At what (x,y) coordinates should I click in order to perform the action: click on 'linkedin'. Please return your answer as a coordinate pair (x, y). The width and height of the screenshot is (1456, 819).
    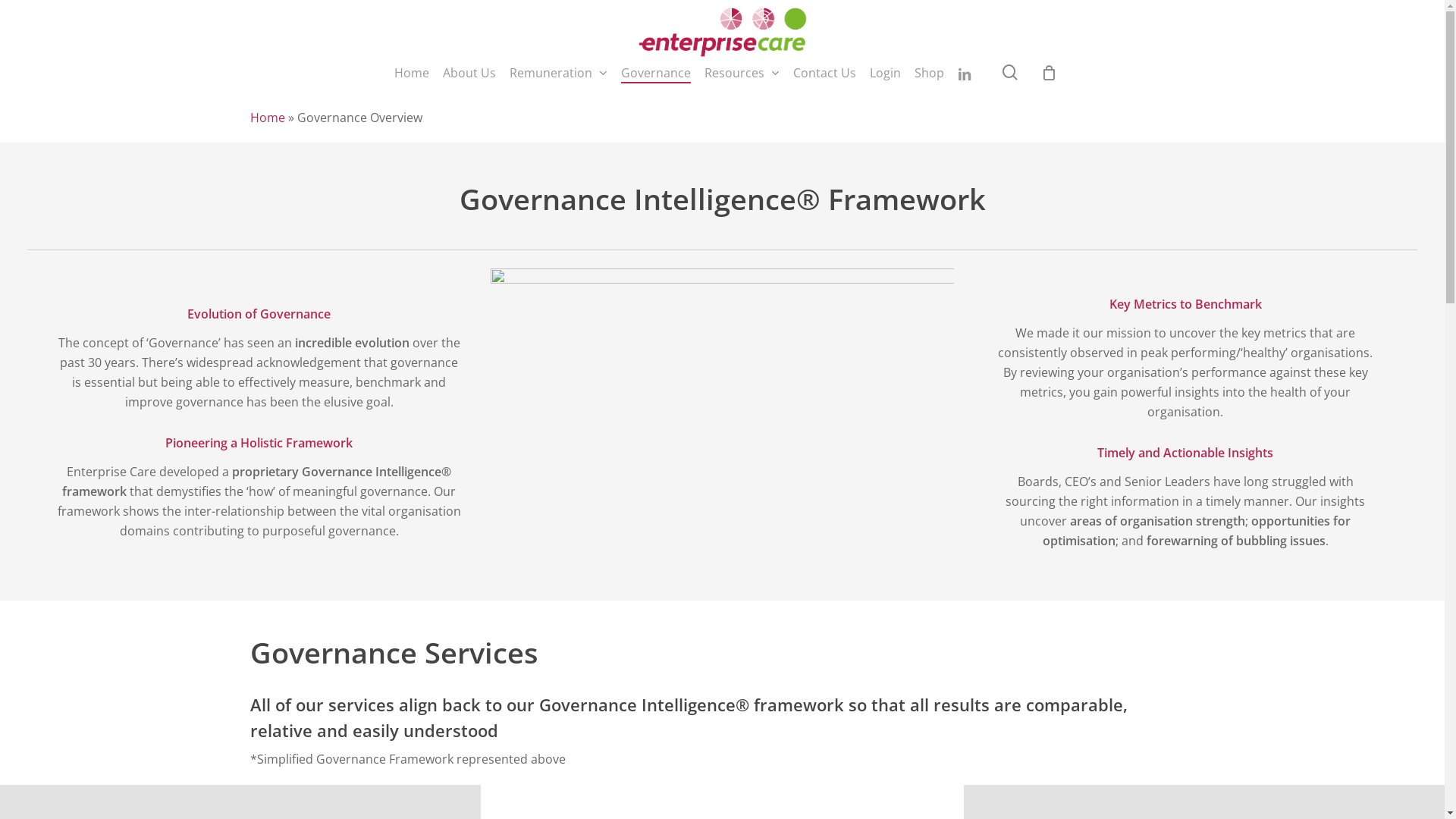
    Looking at the image, I should click on (964, 73).